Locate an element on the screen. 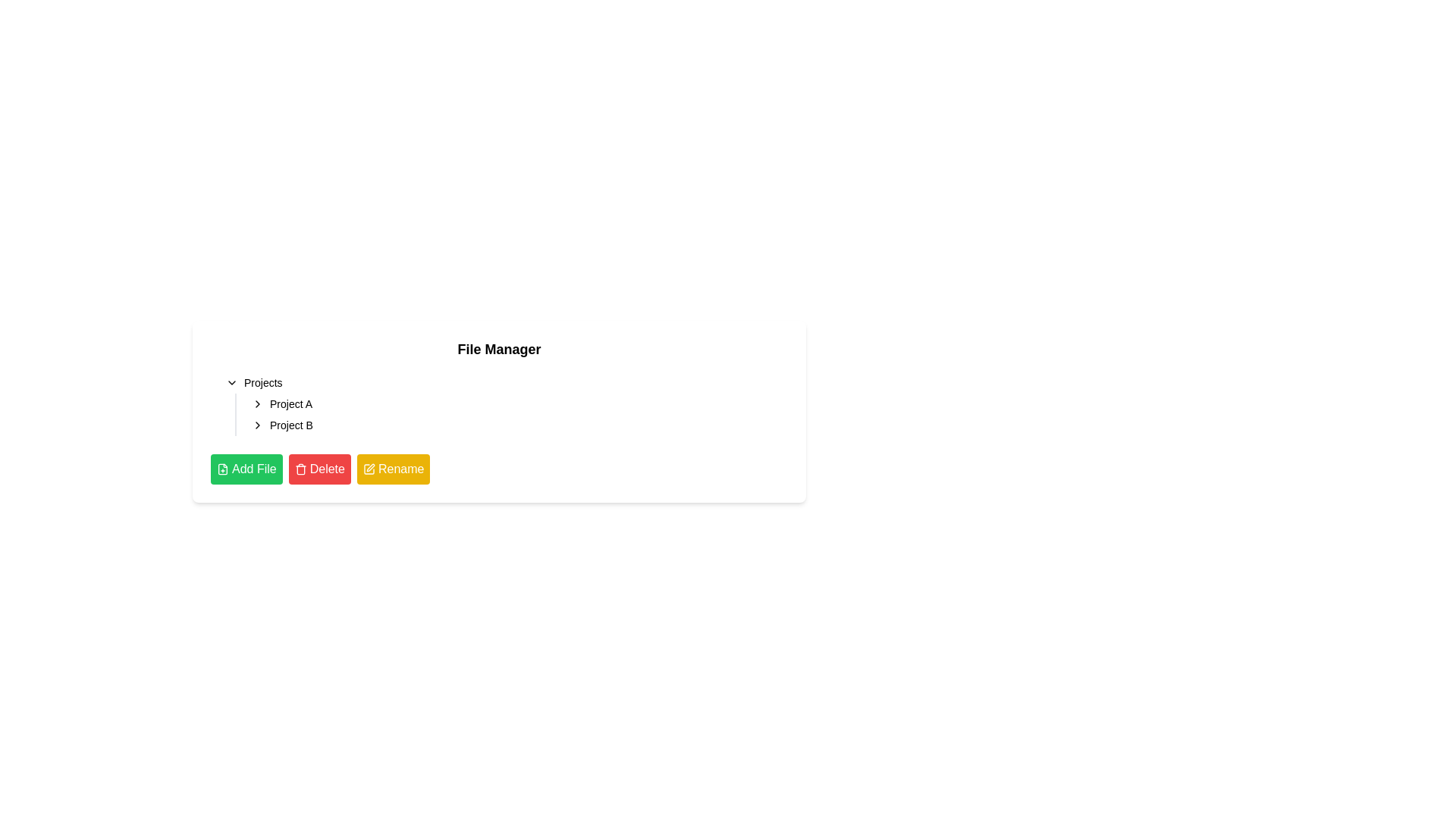 The image size is (1456, 819). the chevron icon located is located at coordinates (258, 425).